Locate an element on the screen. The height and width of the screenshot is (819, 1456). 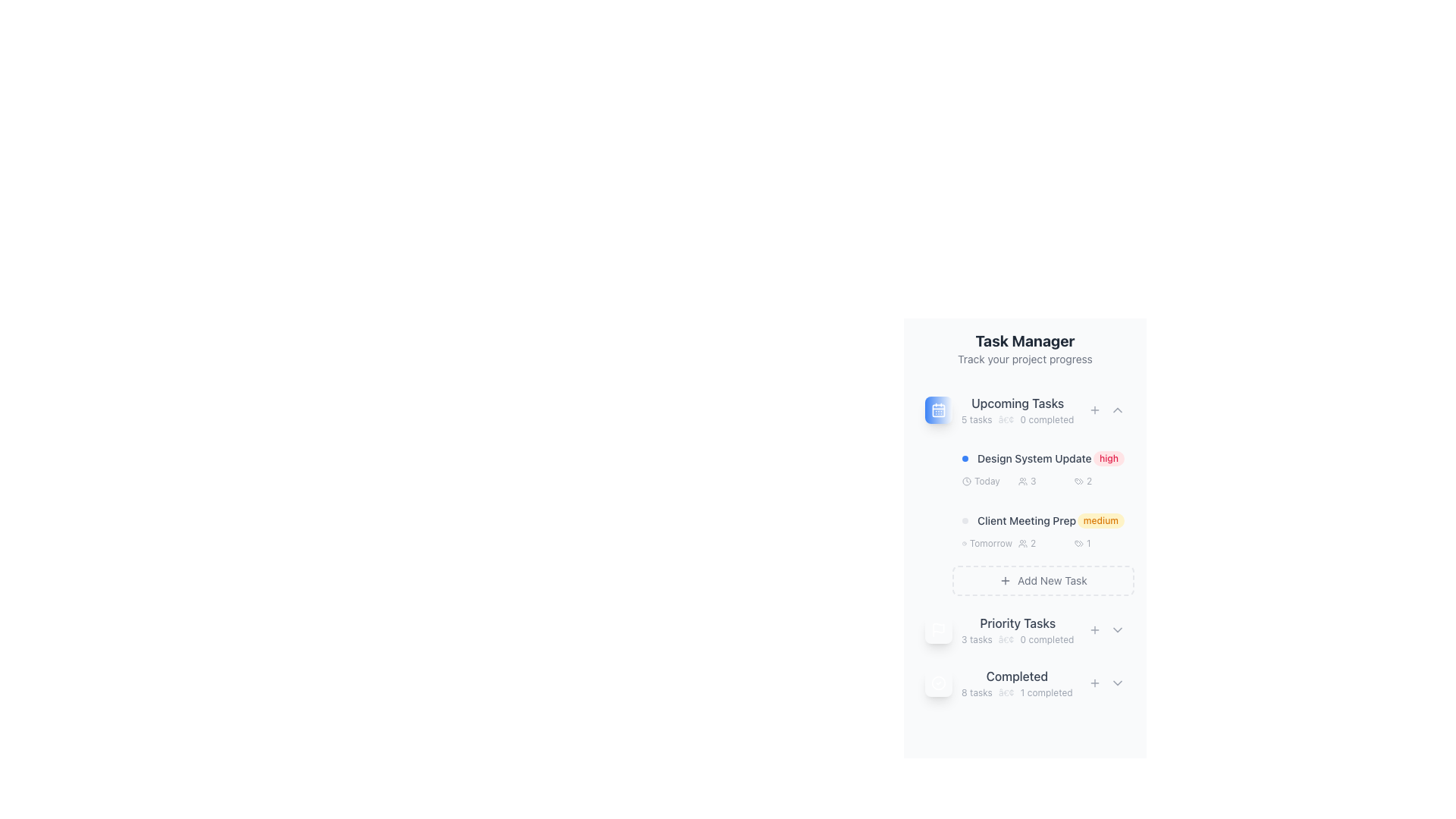
the visual separator element located between '3 tasks' and '0 completed' in the 'Priority Tasks' section is located at coordinates (1006, 640).